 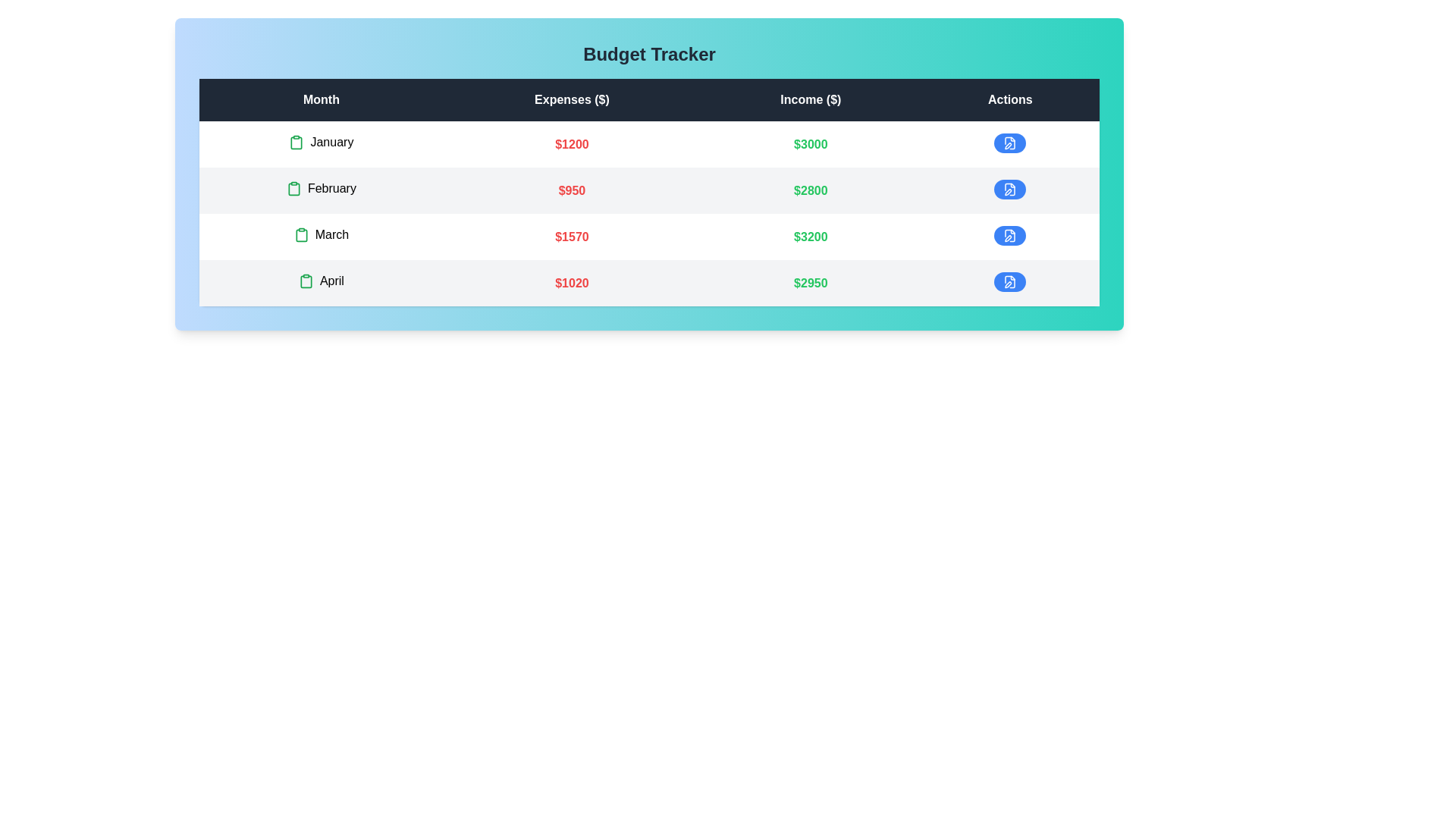 What do you see at coordinates (649, 144) in the screenshot?
I see `the row corresponding to January` at bounding box center [649, 144].